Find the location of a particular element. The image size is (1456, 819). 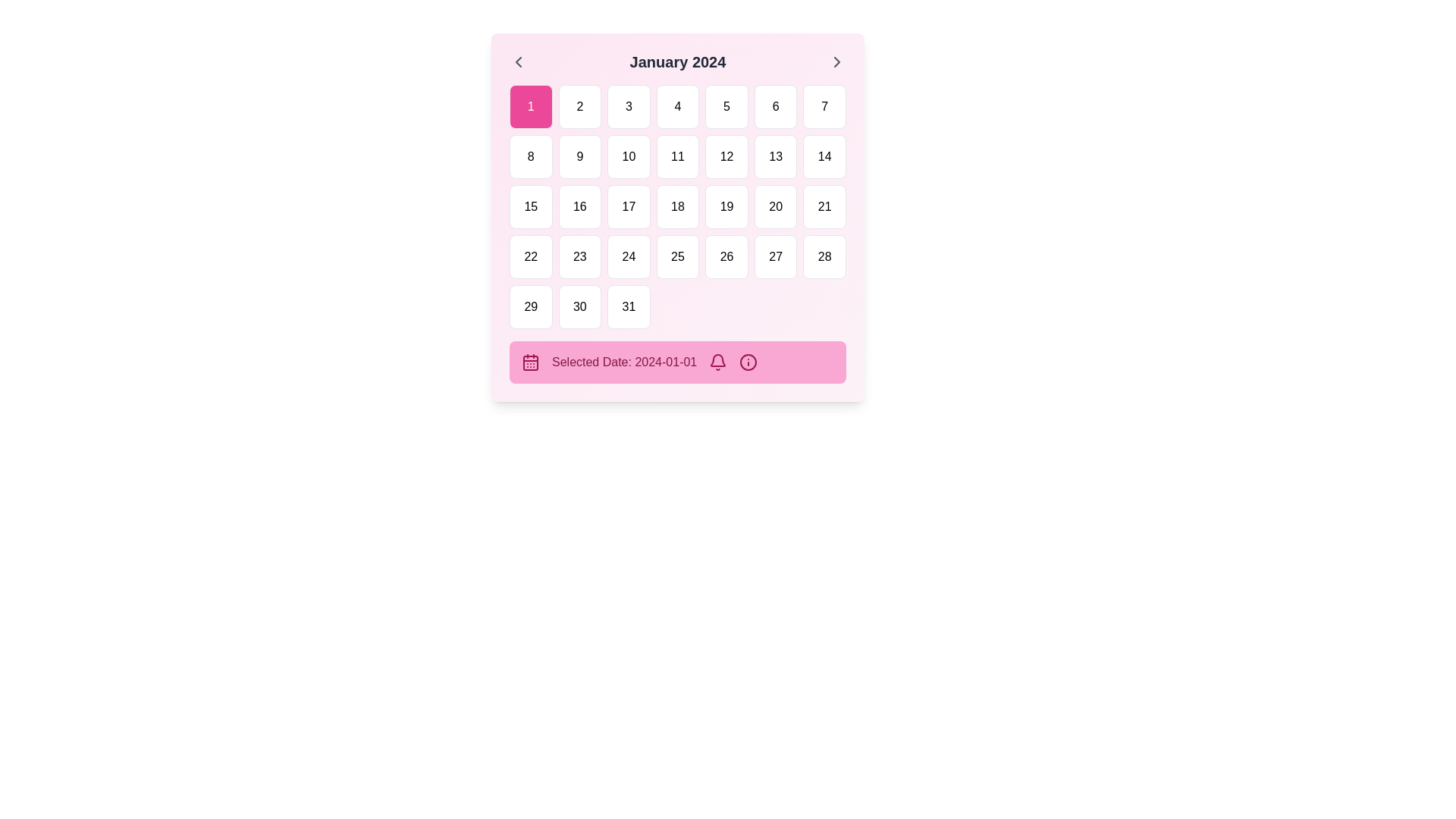

the text label indicating the currently selected month and year in the date picker interface, which is centrally positioned in the header bar between two navigation arrows is located at coordinates (676, 61).